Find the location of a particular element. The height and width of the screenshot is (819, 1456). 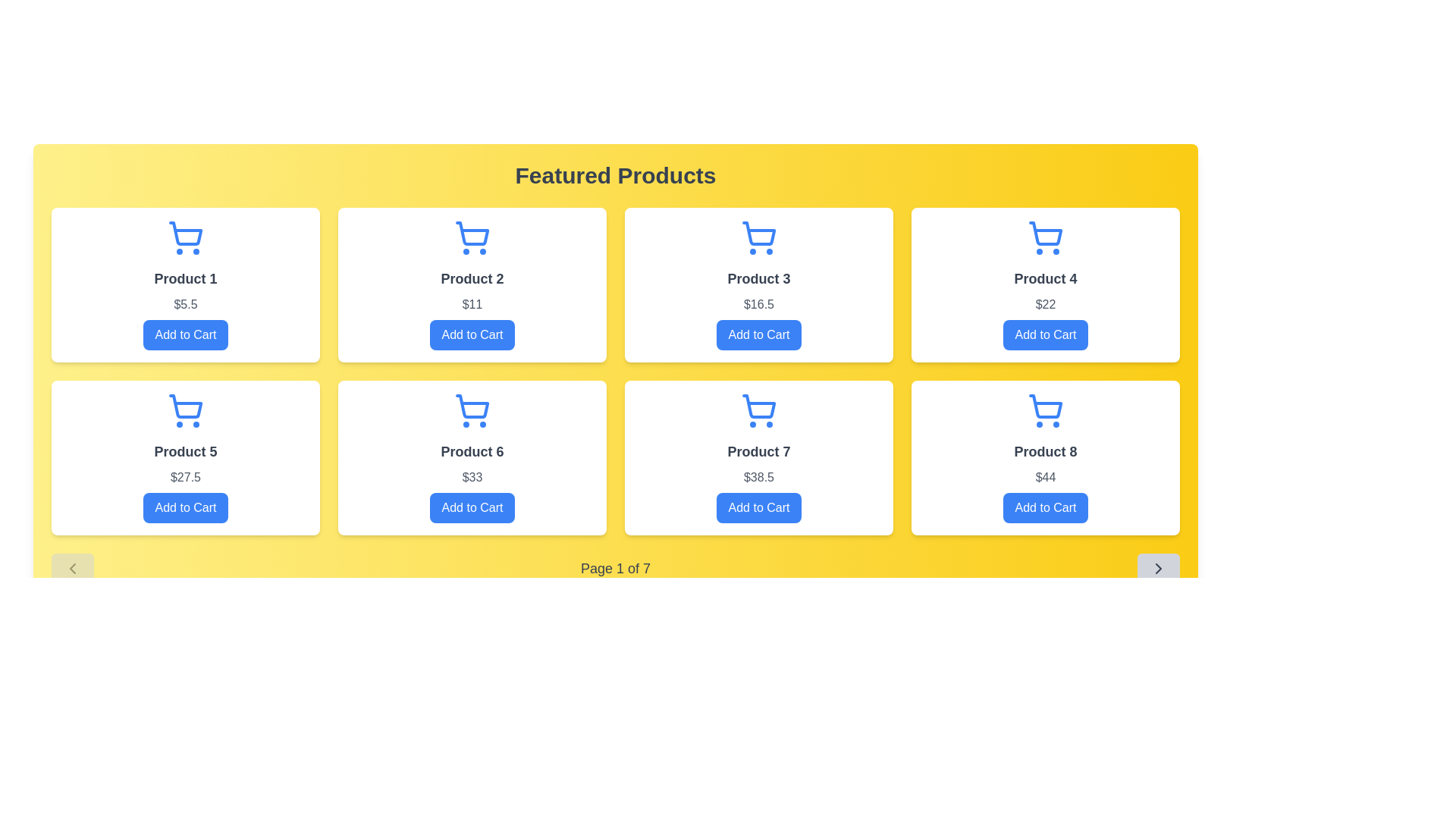

the Text label displaying 'Product 6' which is located in the second row and third column of the product card grid is located at coordinates (472, 451).